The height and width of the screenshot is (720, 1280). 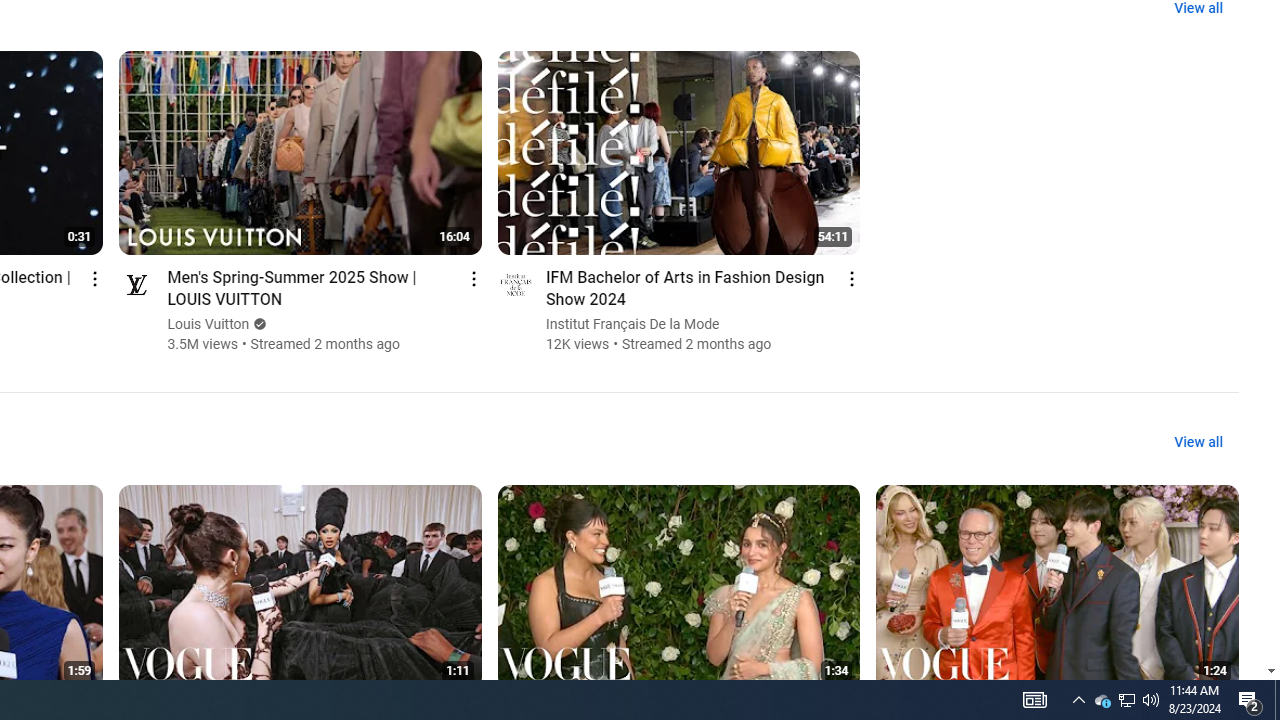 What do you see at coordinates (257, 323) in the screenshot?
I see `'Verified'` at bounding box center [257, 323].